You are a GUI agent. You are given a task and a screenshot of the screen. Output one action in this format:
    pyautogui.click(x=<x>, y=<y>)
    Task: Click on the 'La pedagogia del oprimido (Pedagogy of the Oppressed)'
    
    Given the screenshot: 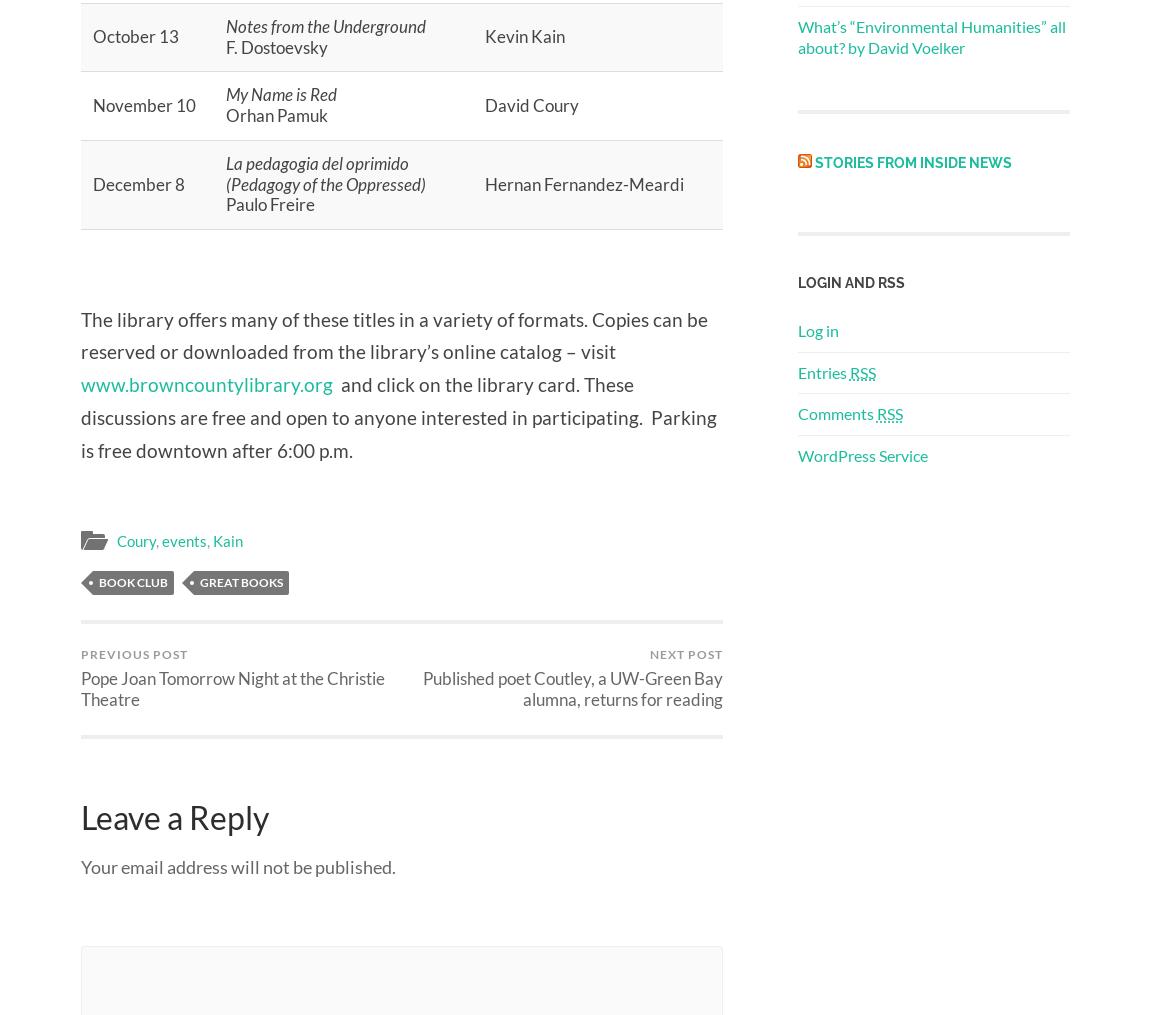 What is the action you would take?
    pyautogui.click(x=324, y=171)
    